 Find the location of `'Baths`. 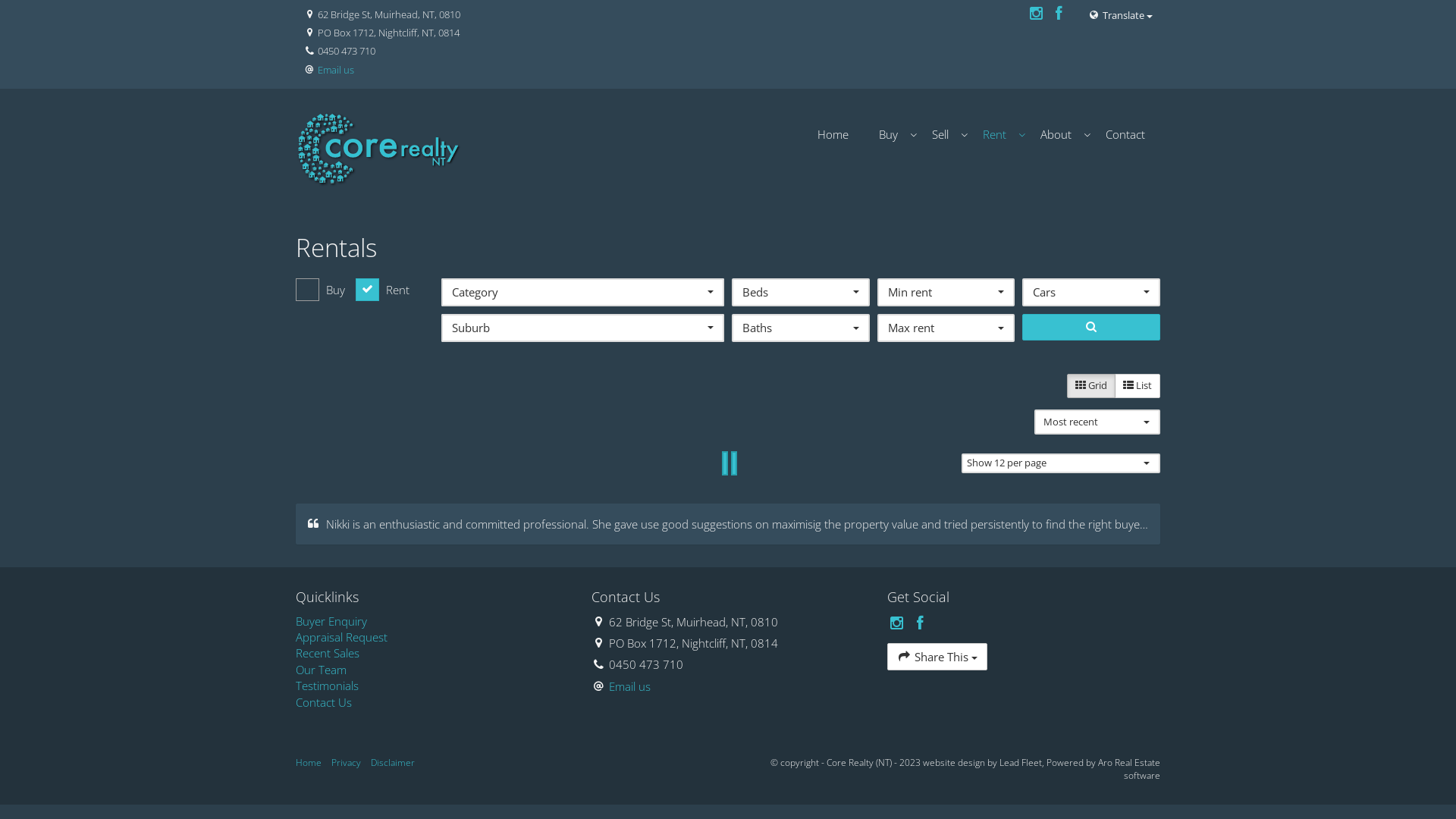

'Baths is located at coordinates (800, 327).